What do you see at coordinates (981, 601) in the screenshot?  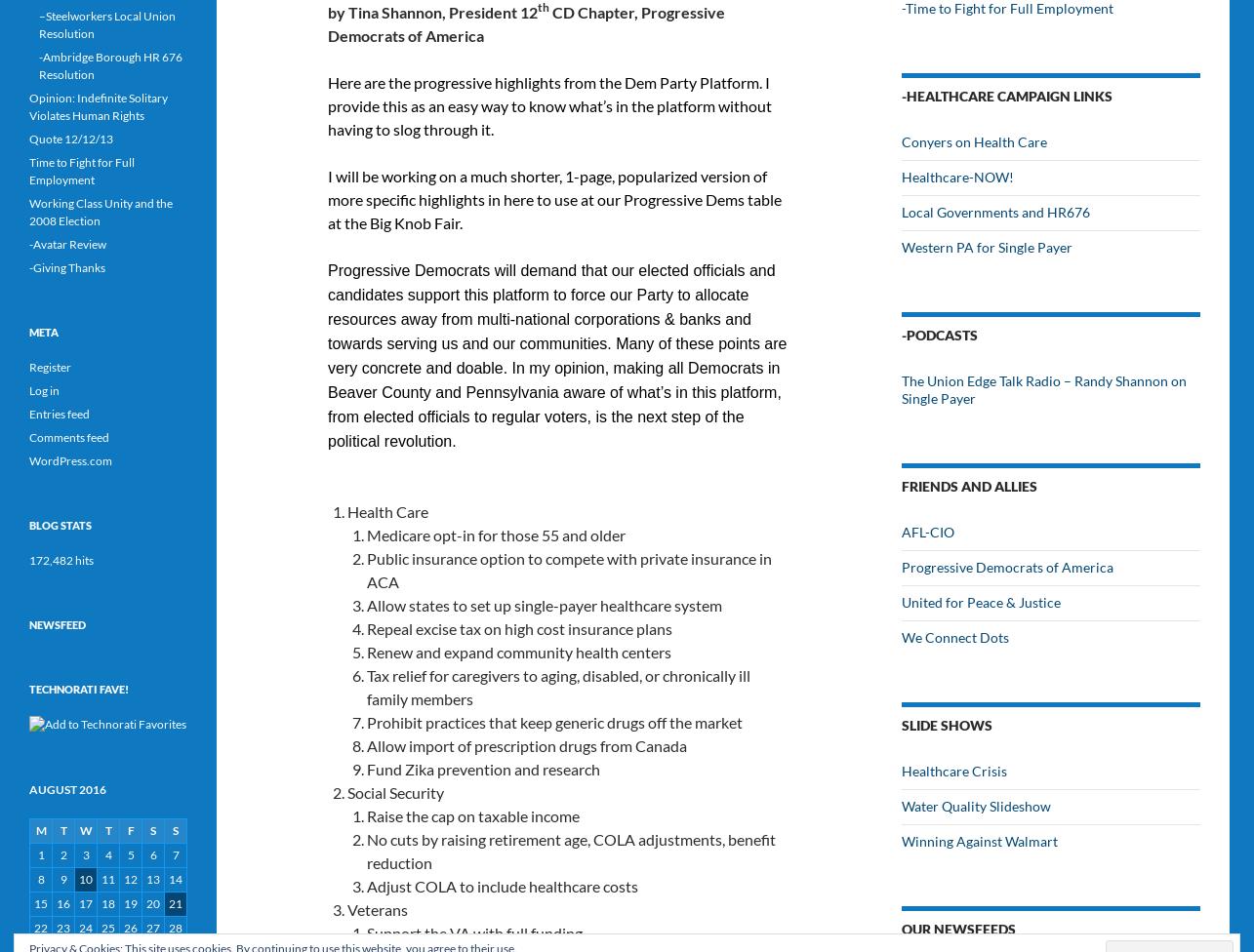 I see `'United for Peace & Justice'` at bounding box center [981, 601].